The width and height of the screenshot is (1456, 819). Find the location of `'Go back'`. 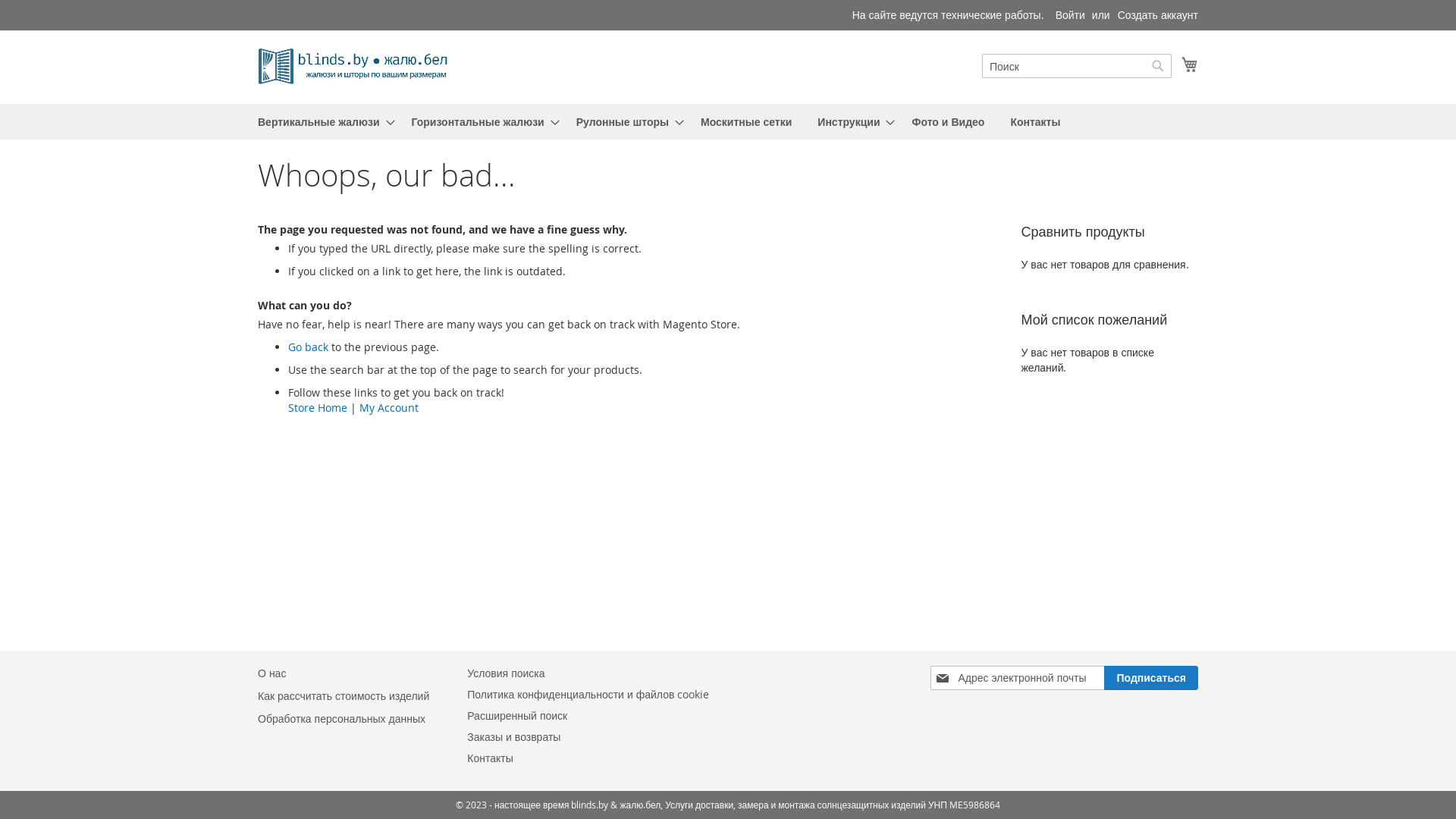

'Go back' is located at coordinates (307, 347).